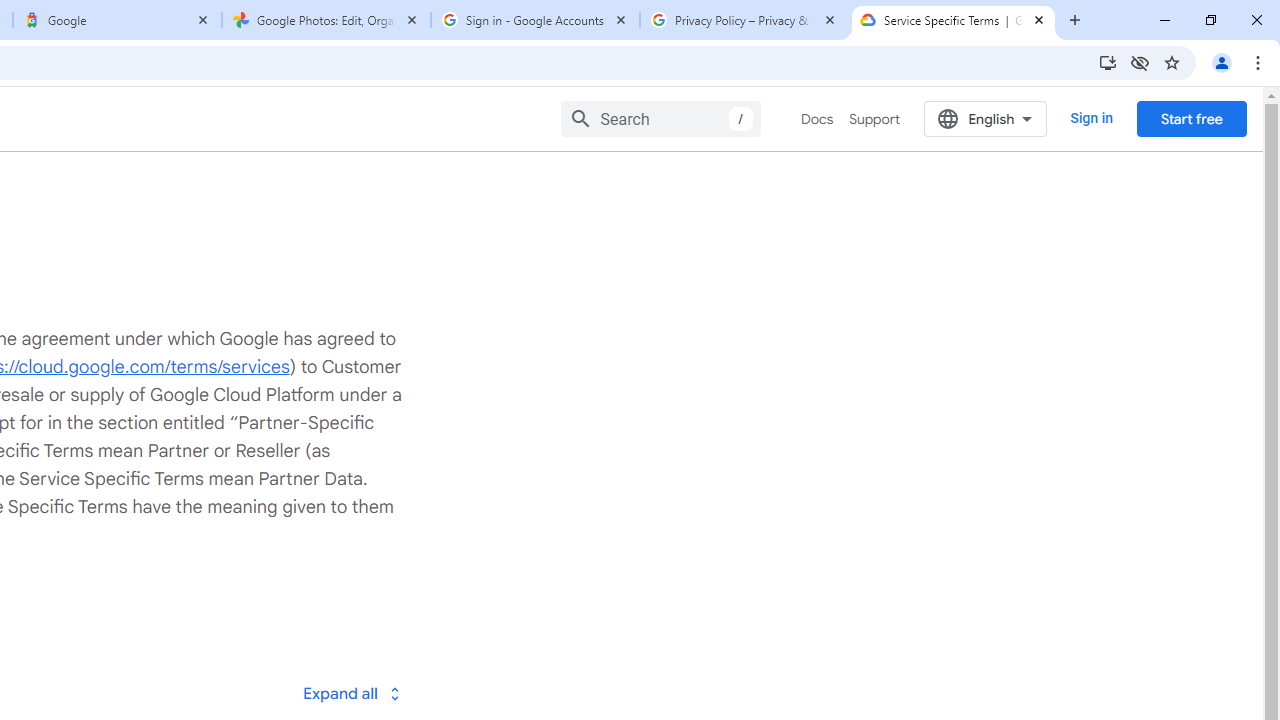 The width and height of the screenshot is (1280, 720). Describe the element at coordinates (817, 119) in the screenshot. I see `'Docs'` at that location.